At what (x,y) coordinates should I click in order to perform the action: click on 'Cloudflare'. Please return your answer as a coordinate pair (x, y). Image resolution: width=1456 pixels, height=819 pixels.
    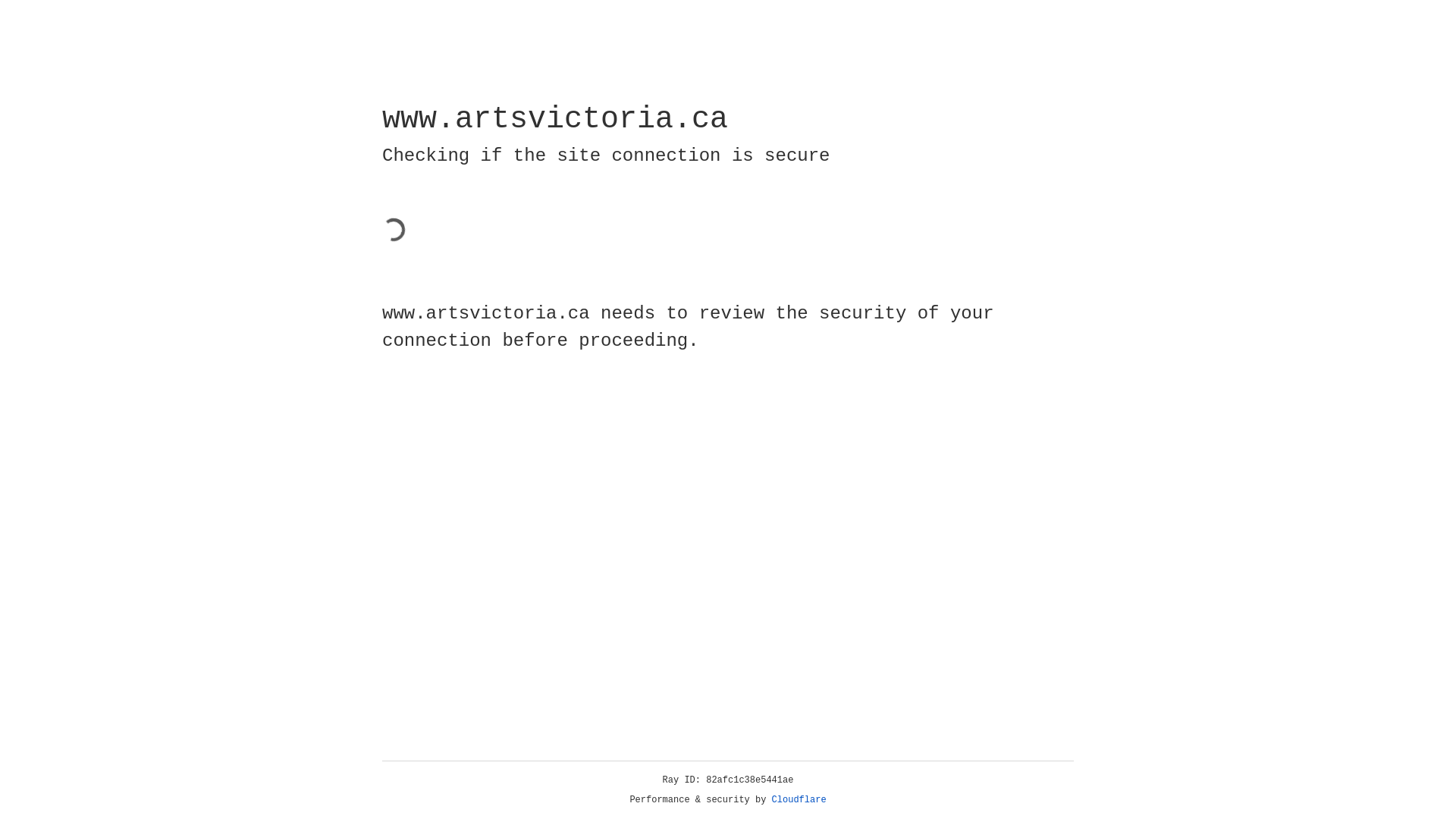
    Looking at the image, I should click on (799, 799).